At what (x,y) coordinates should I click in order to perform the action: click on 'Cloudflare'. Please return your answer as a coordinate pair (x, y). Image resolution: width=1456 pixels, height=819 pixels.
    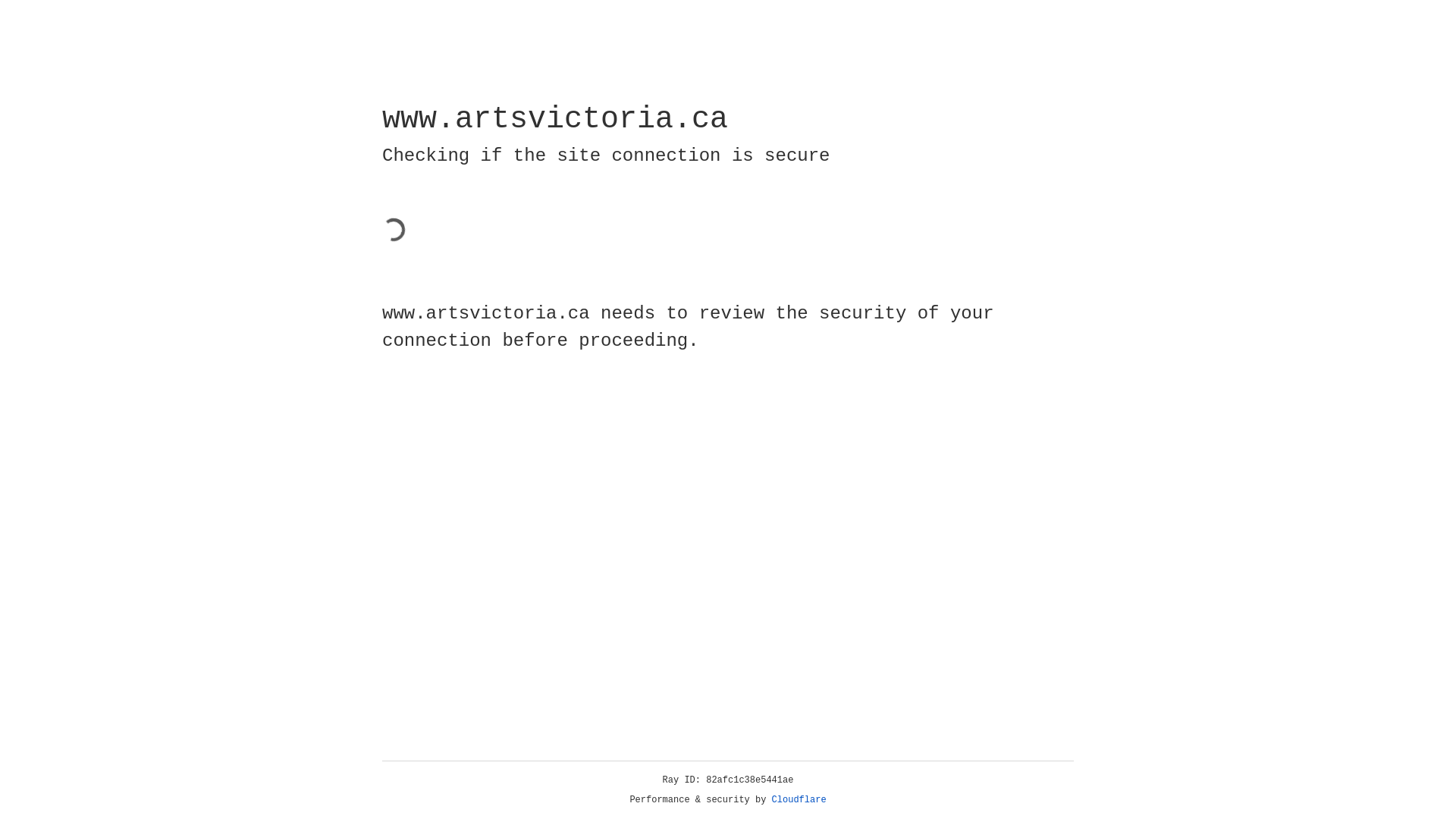
    Looking at the image, I should click on (799, 799).